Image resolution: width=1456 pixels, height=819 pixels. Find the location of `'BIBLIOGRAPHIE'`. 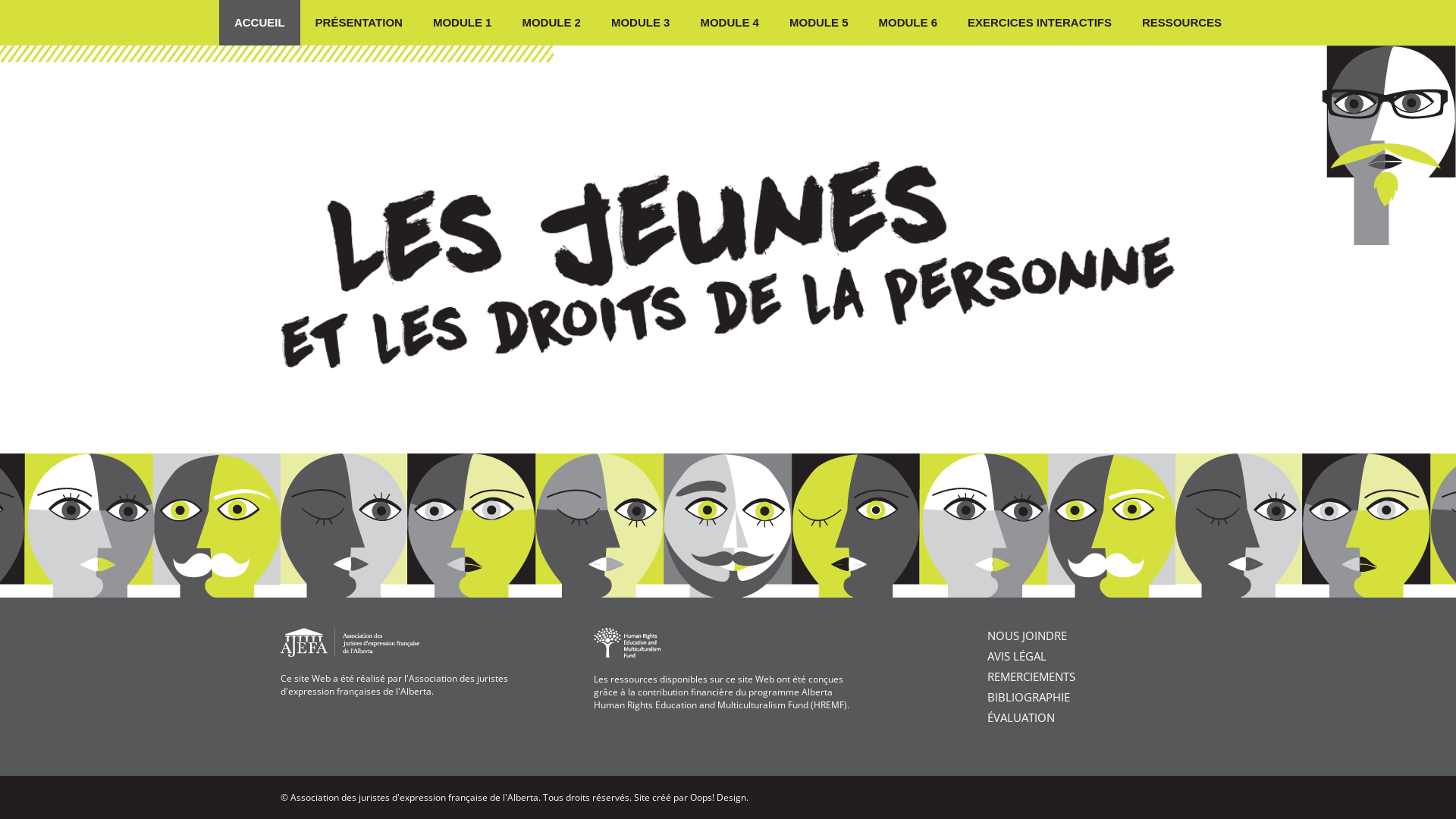

'BIBLIOGRAPHIE' is located at coordinates (987, 696).